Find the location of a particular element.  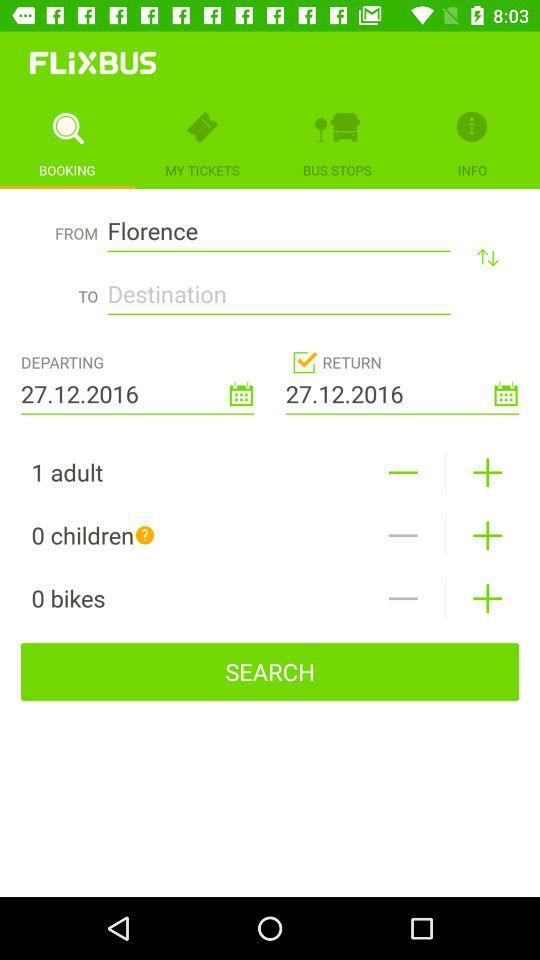

the bike quantity is located at coordinates (403, 598).